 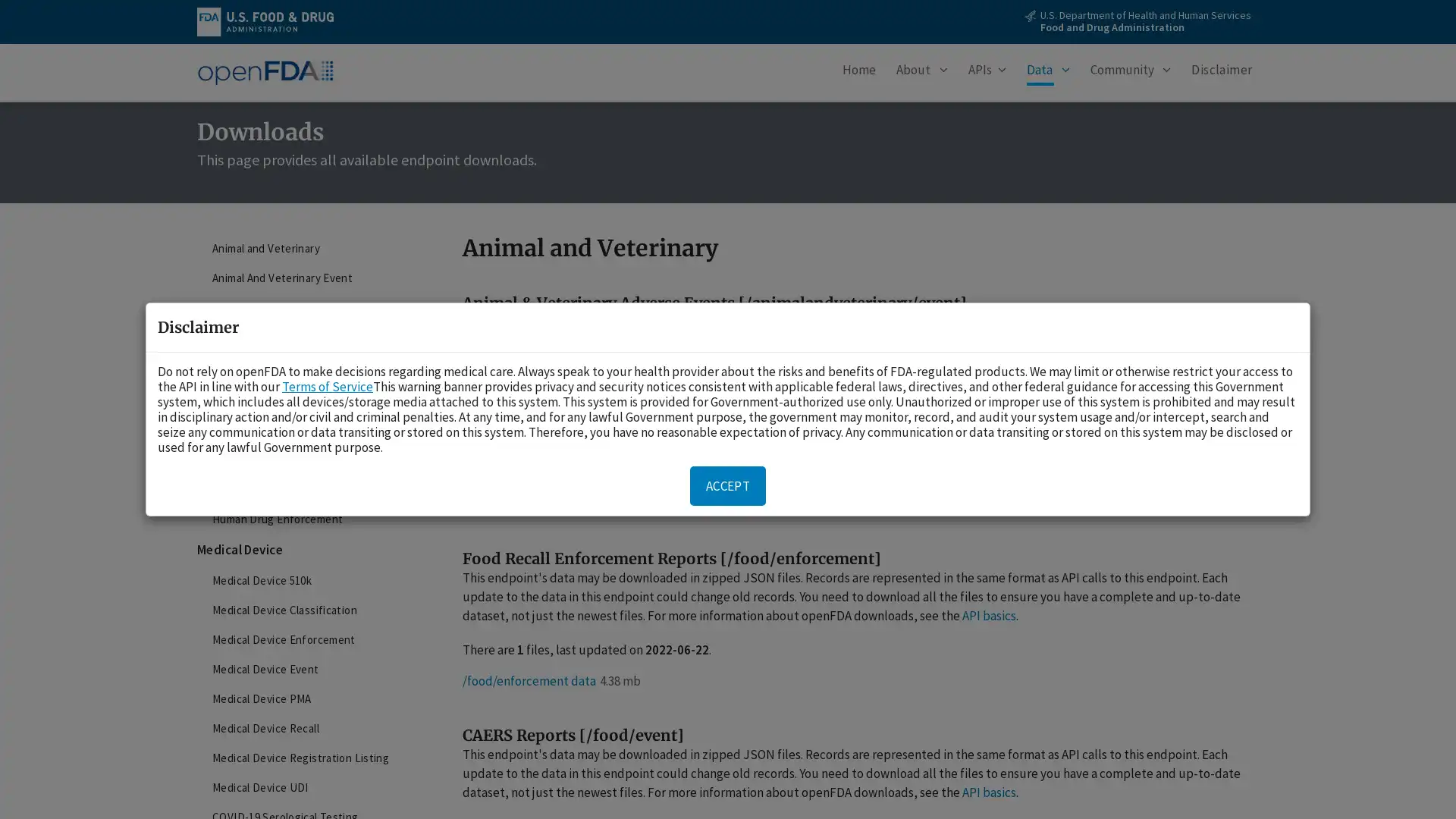 I want to click on ACCEPT, so click(x=728, y=485).